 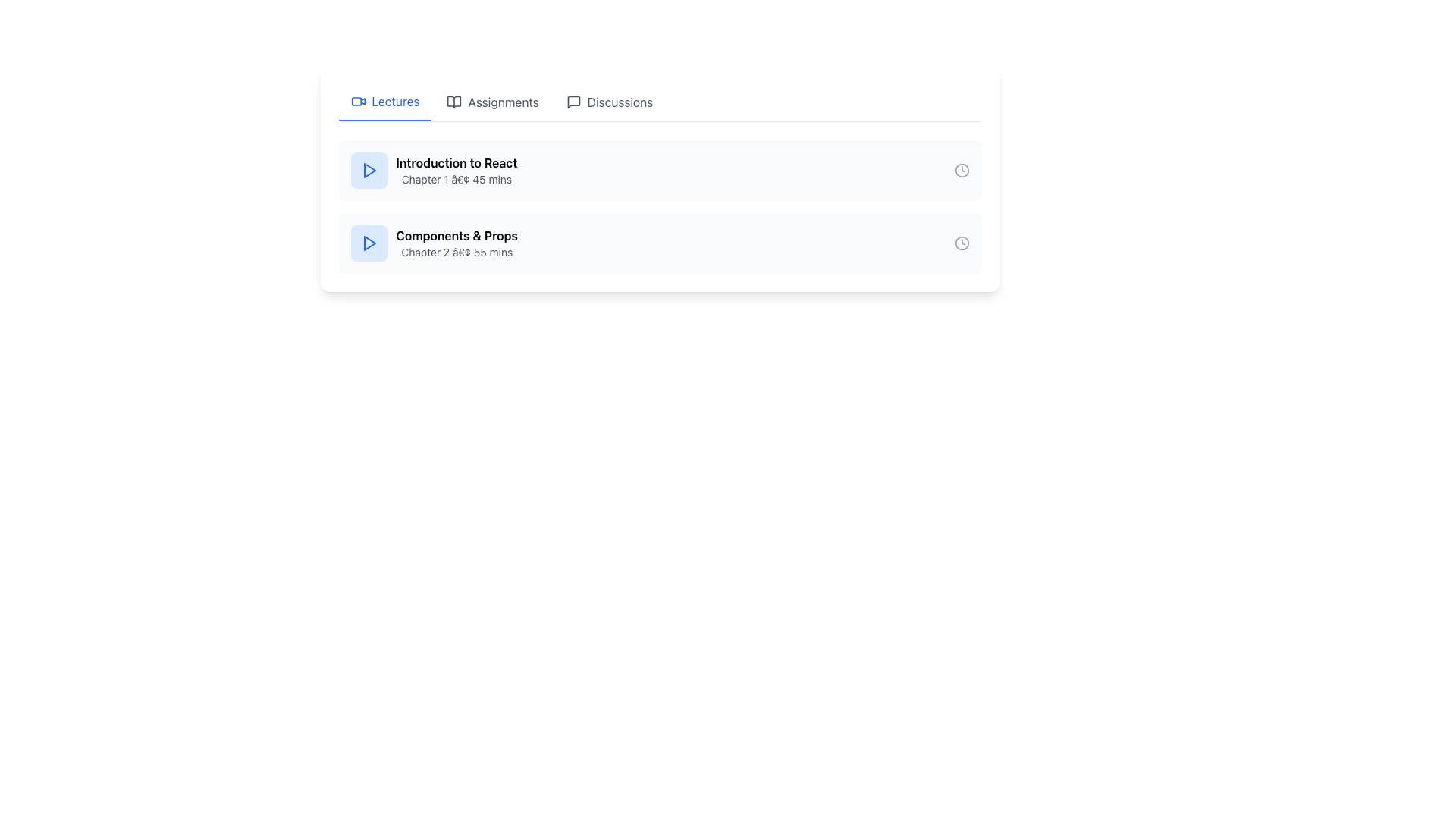 What do you see at coordinates (609, 102) in the screenshot?
I see `the navigation button located in the horizontal navigation bar, which is the third item to the right of 'Lectures' and 'Assignments'` at bounding box center [609, 102].